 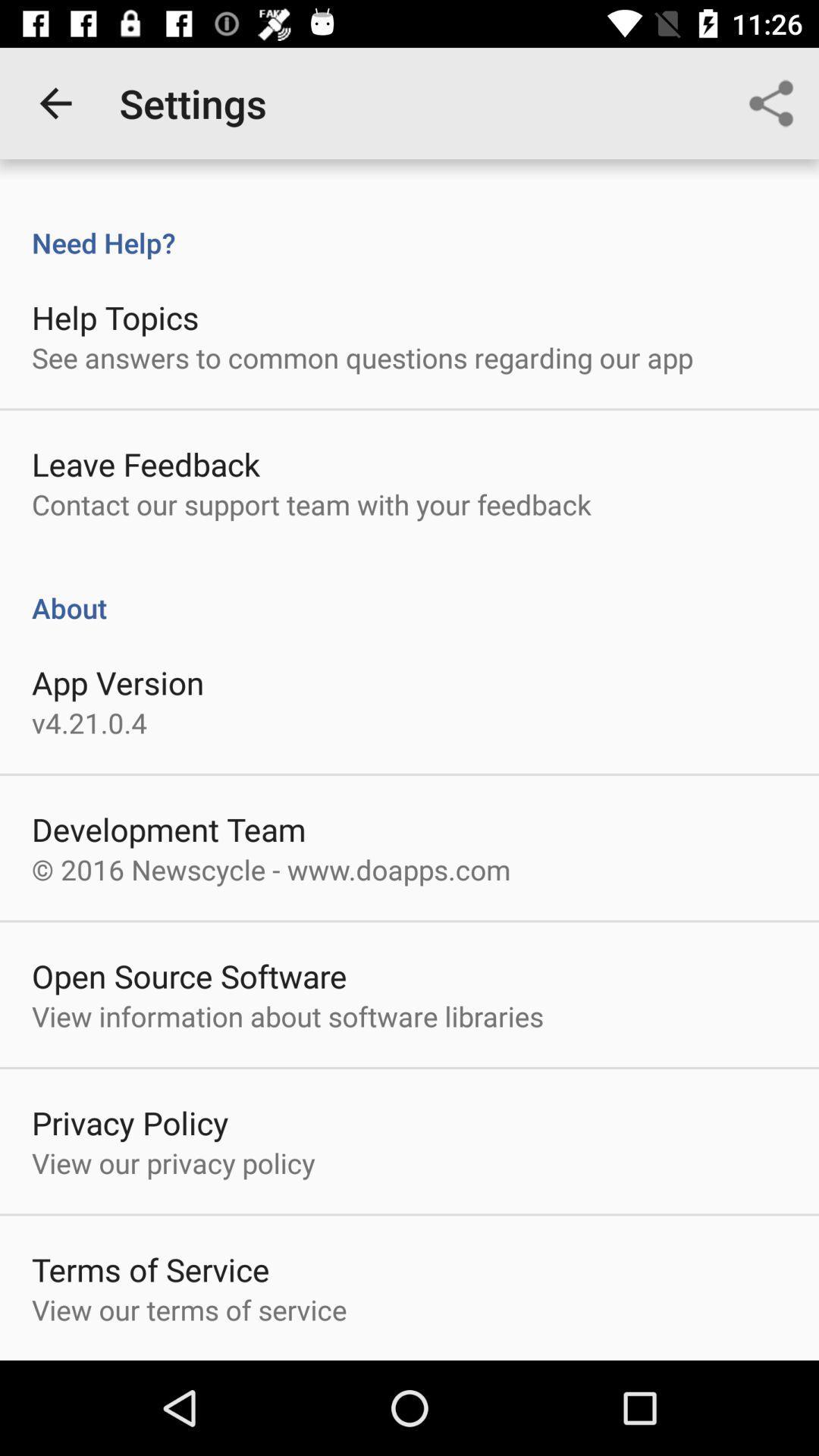 What do you see at coordinates (771, 102) in the screenshot?
I see `icon at the top right corner` at bounding box center [771, 102].